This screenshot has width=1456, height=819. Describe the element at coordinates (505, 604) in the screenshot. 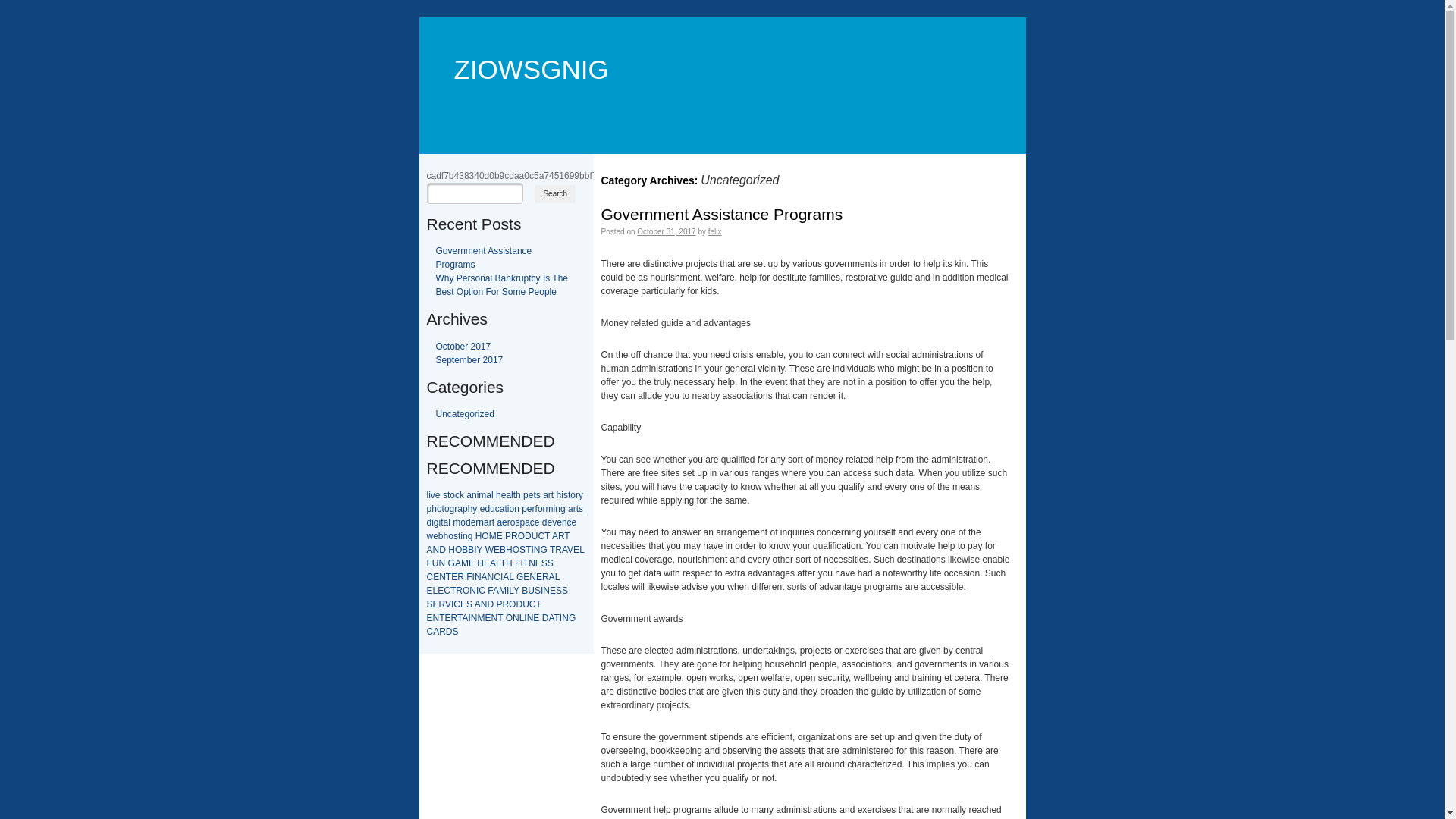

I see `'R'` at that location.